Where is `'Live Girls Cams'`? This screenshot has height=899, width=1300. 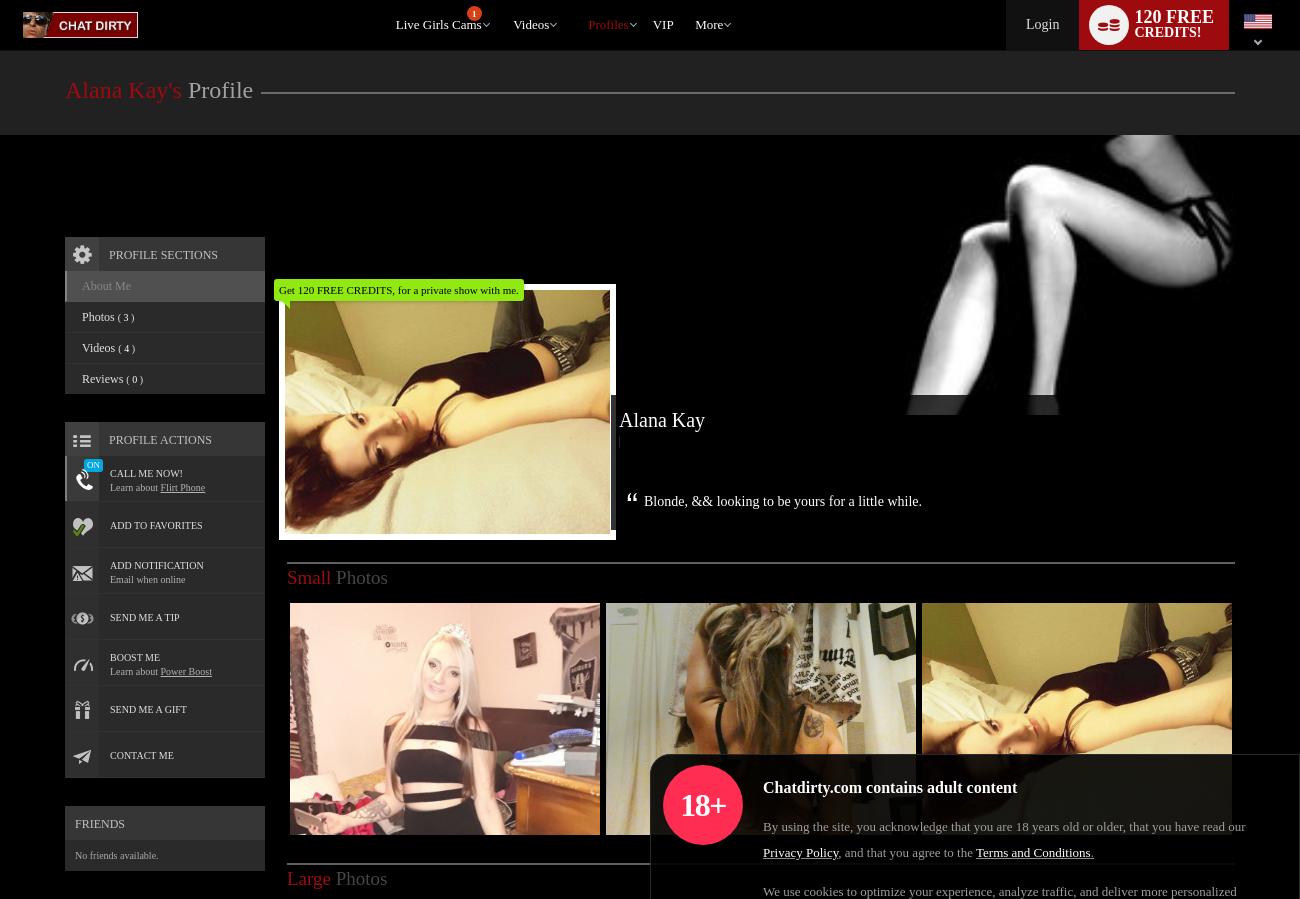 'Live Girls Cams' is located at coordinates (436, 23).